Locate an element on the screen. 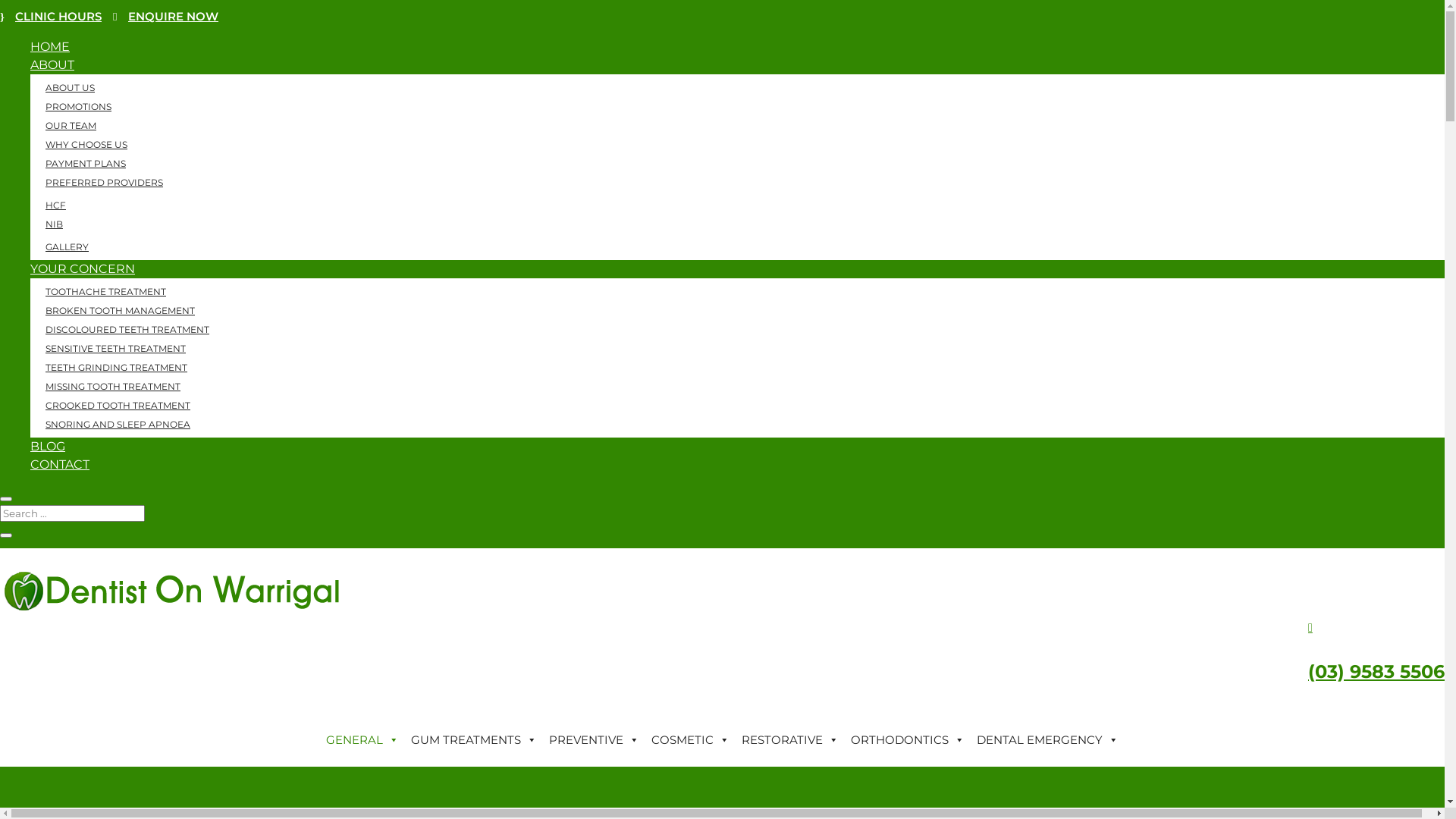 Image resolution: width=1456 pixels, height=819 pixels. 'BLOG' is located at coordinates (47, 445).